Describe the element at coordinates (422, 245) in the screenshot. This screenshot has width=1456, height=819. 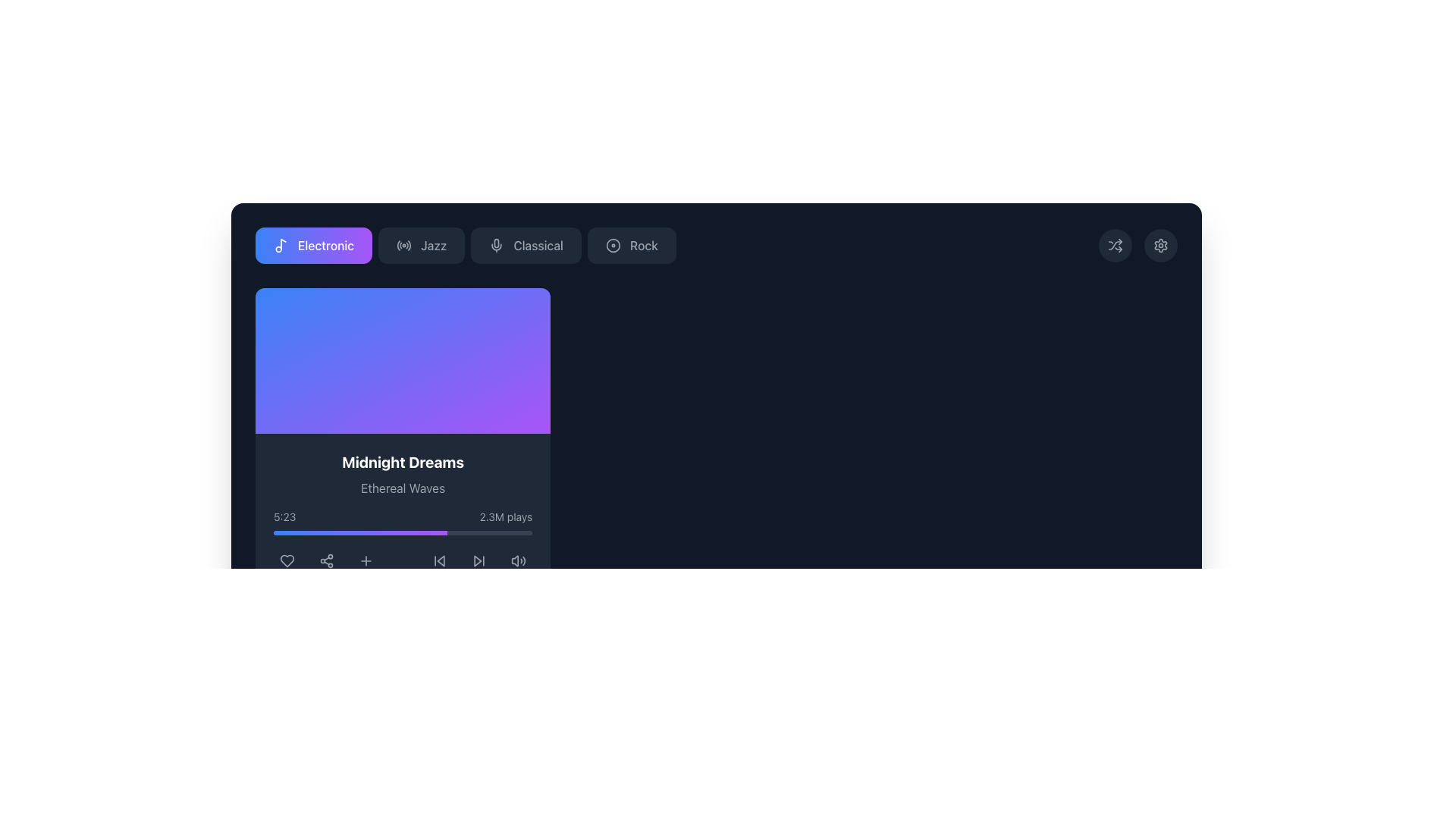
I see `the 'Jazz' button` at that location.